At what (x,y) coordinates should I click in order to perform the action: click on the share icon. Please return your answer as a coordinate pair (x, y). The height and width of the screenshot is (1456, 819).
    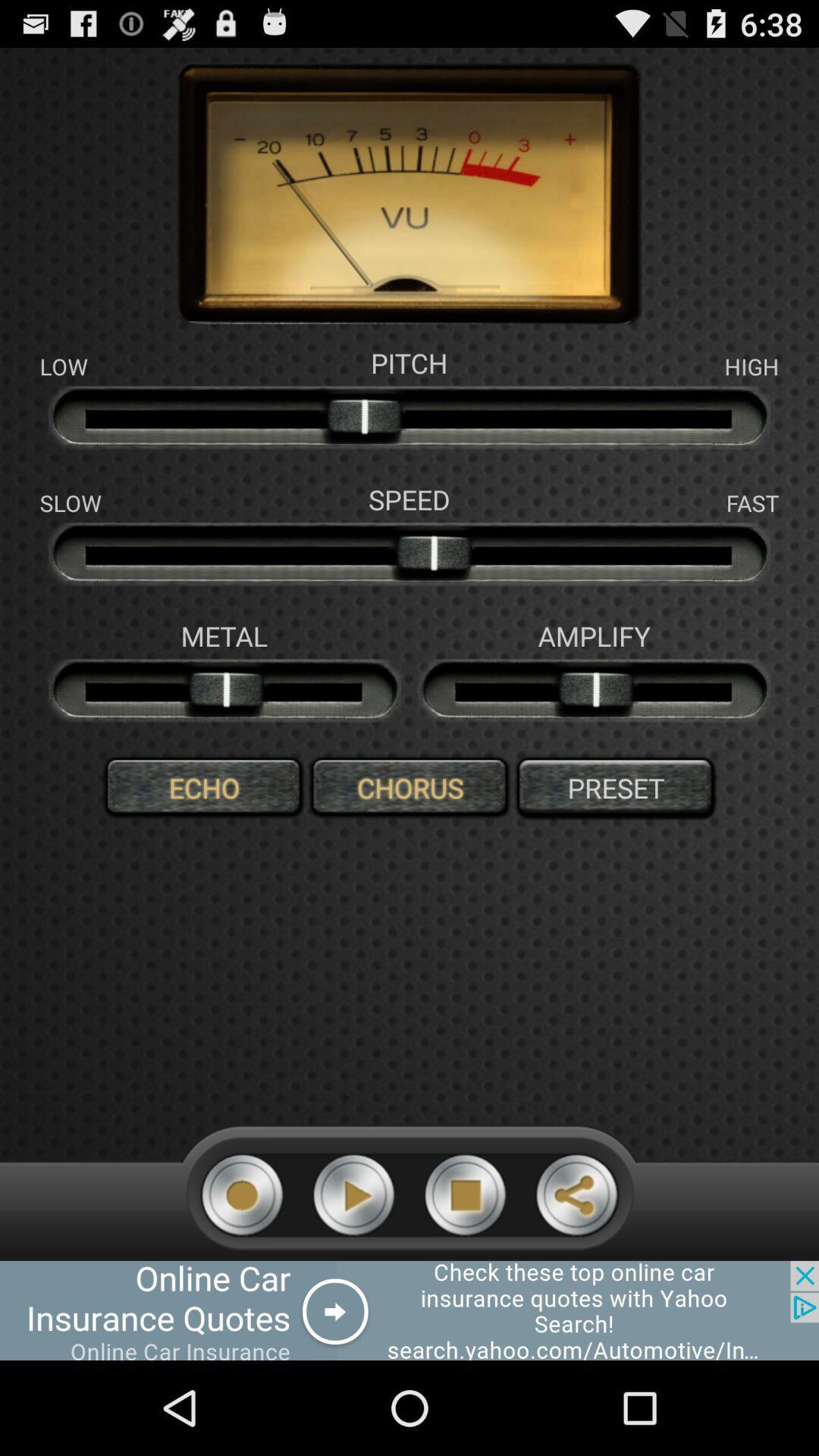
    Looking at the image, I should click on (576, 1279).